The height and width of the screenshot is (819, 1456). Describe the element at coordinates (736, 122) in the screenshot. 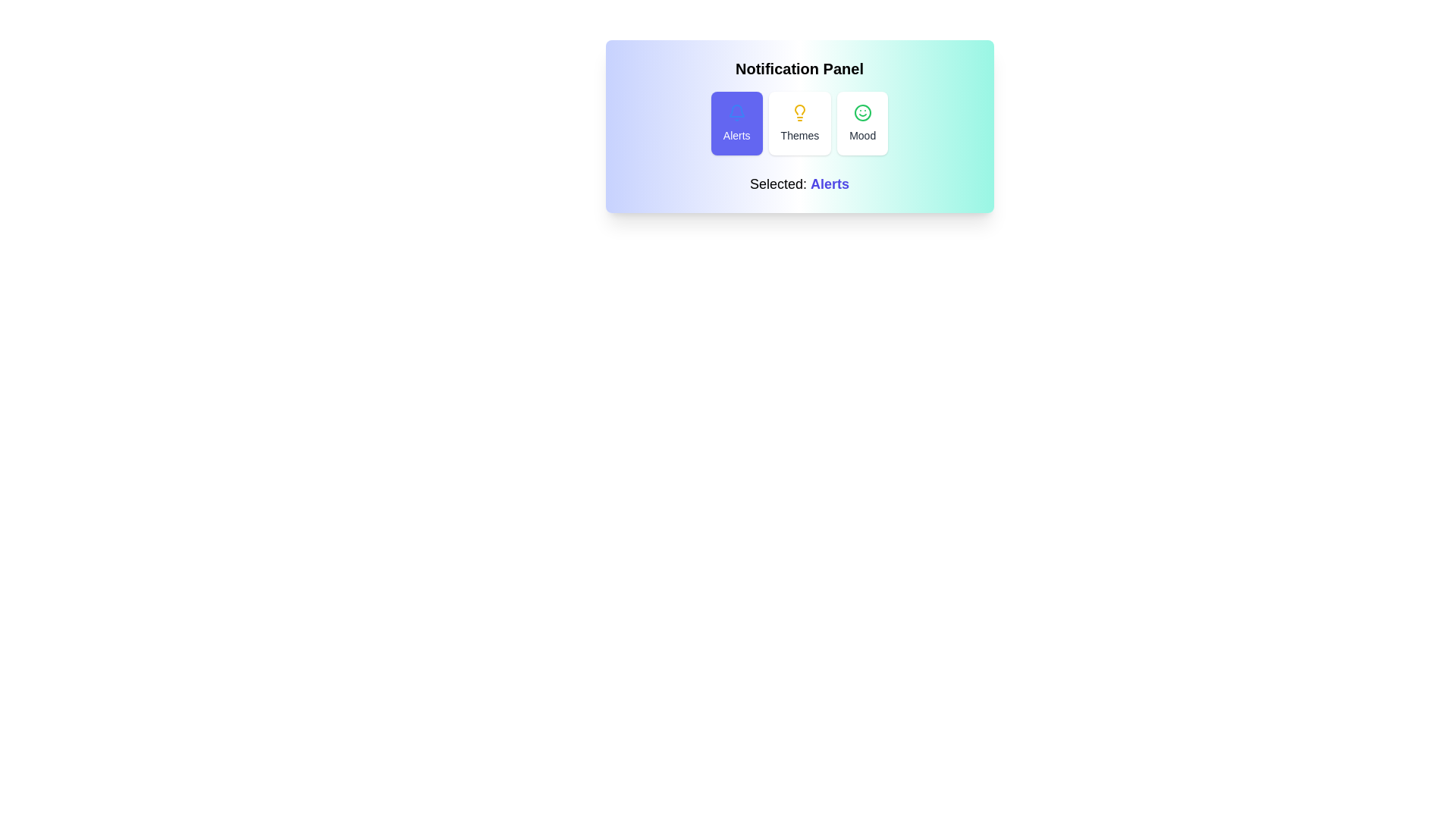

I see `the Alerts button in the notification panel` at that location.